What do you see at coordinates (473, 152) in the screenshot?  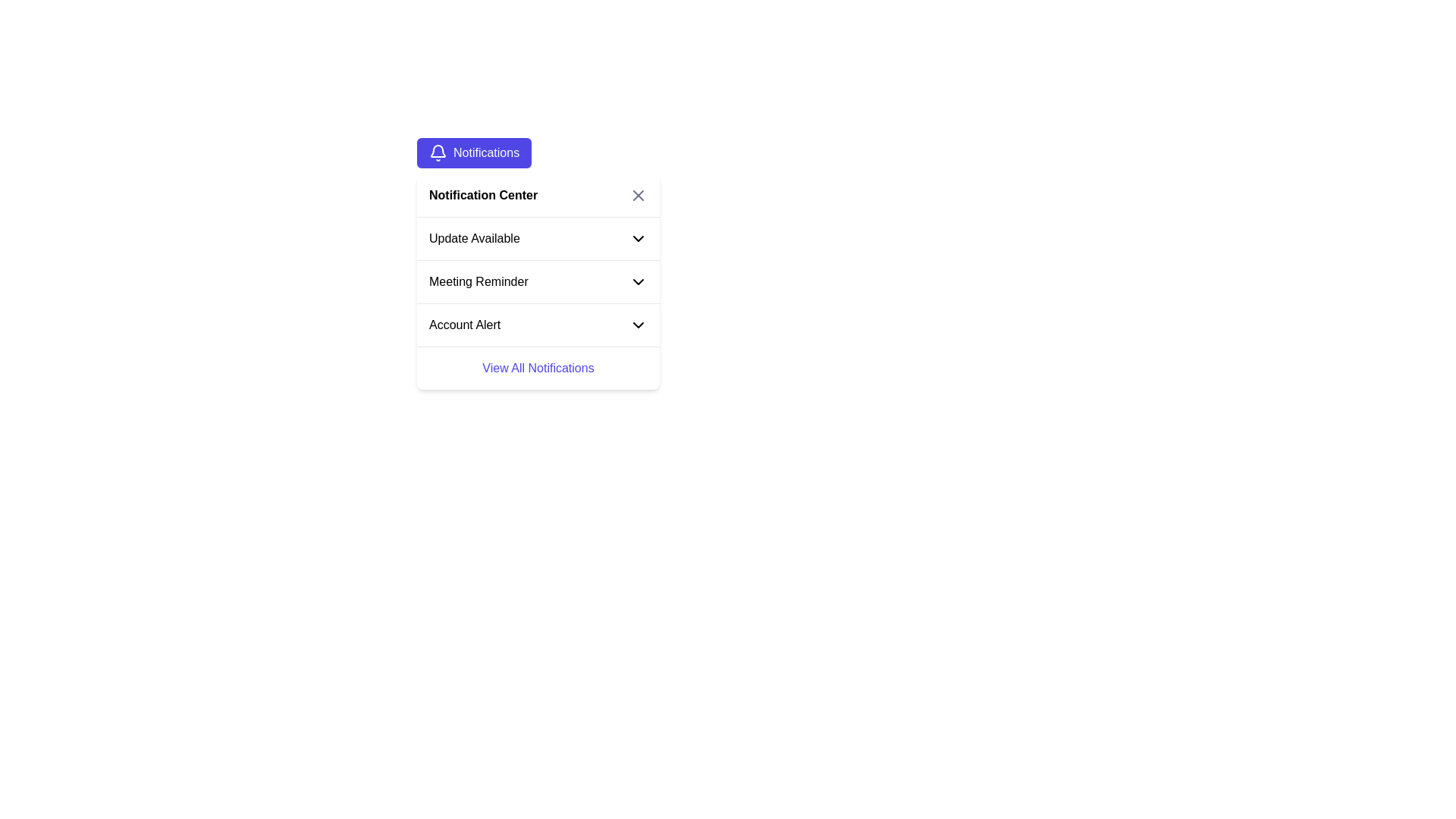 I see `the blue button labeled 'Notifications' with a bell icon to trigger a visual response` at bounding box center [473, 152].